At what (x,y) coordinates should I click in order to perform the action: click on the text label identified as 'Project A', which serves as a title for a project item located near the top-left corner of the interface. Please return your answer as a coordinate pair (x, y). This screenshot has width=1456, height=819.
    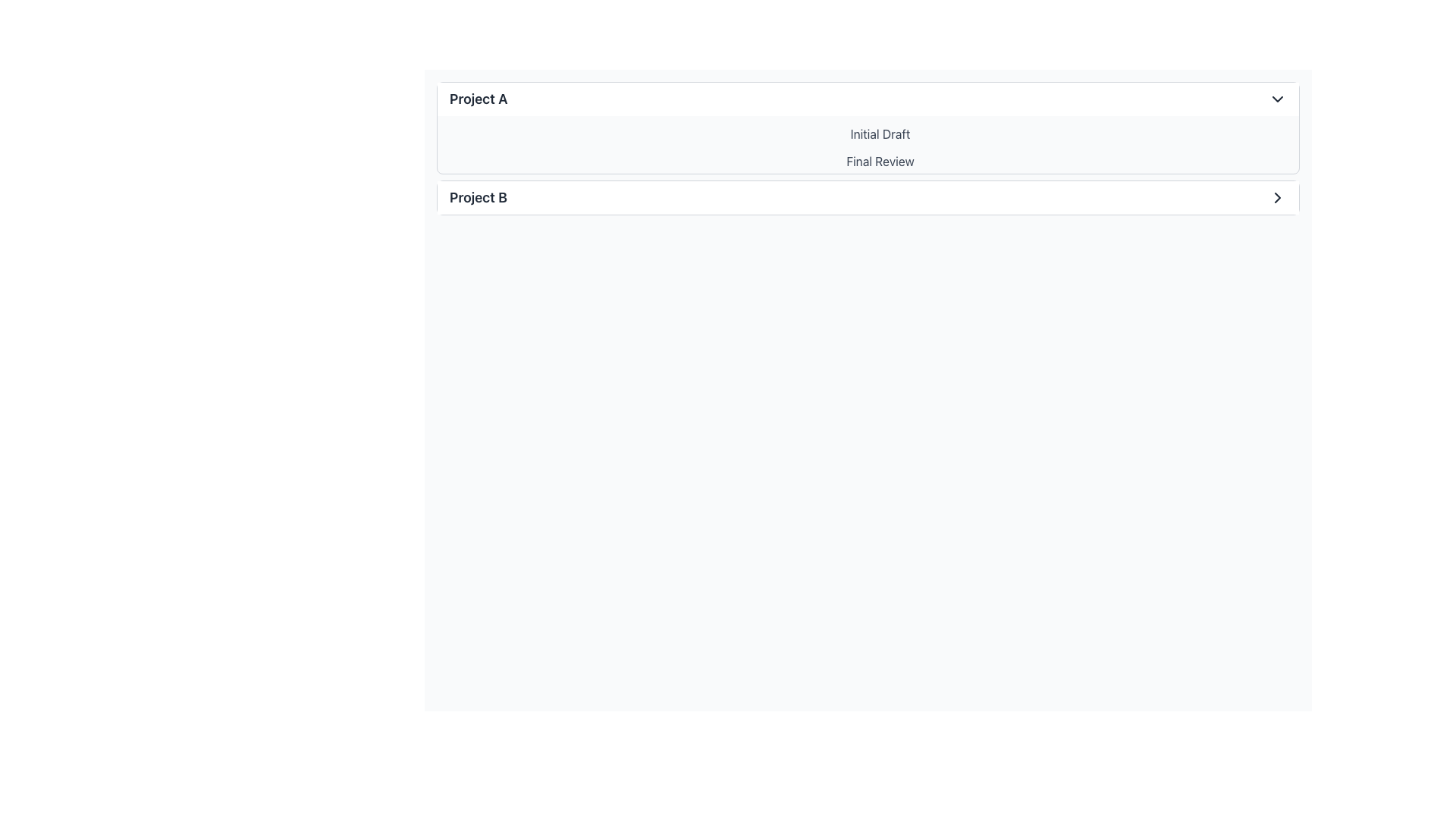
    Looking at the image, I should click on (478, 99).